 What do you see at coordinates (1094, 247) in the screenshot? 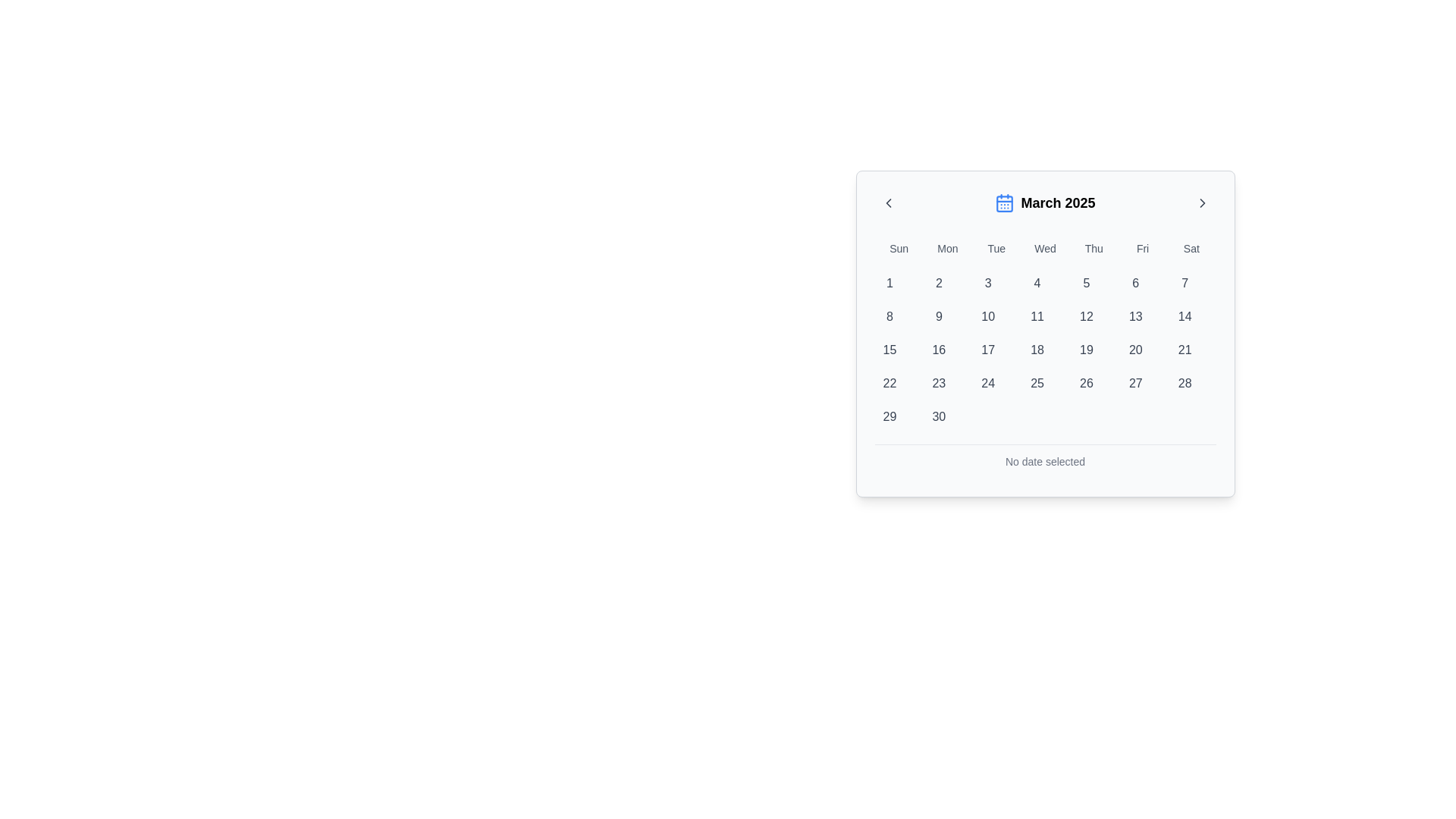
I see `the static text label displaying 'Thu' in the calendar interface, which is styled with a medium-sized font and gray text color, located in the fifth position of the day-of-week labels` at bounding box center [1094, 247].